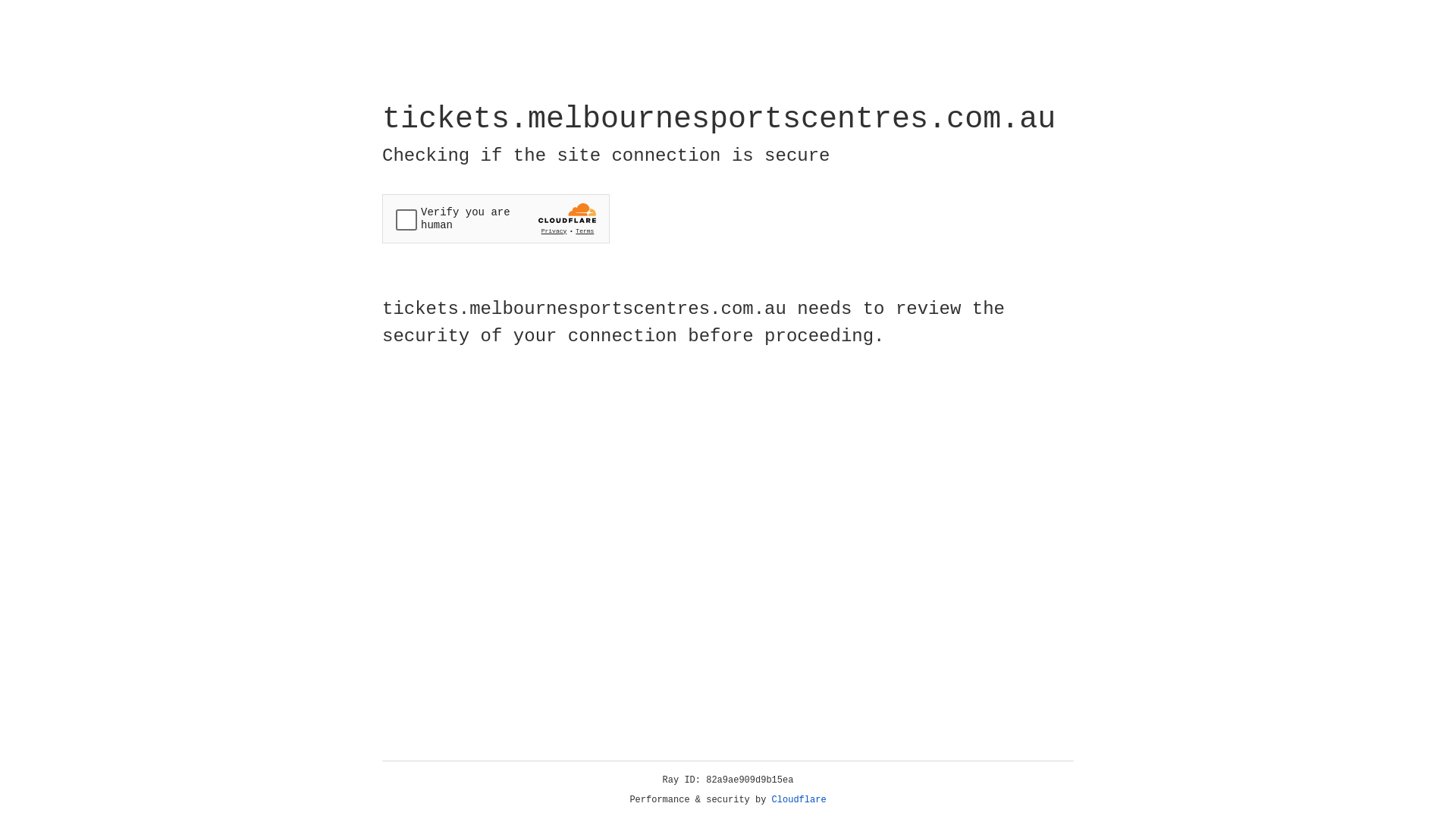 The width and height of the screenshot is (1456, 819). Describe the element at coordinates (495, 218) in the screenshot. I see `'Widget containing a Cloudflare security challenge'` at that location.